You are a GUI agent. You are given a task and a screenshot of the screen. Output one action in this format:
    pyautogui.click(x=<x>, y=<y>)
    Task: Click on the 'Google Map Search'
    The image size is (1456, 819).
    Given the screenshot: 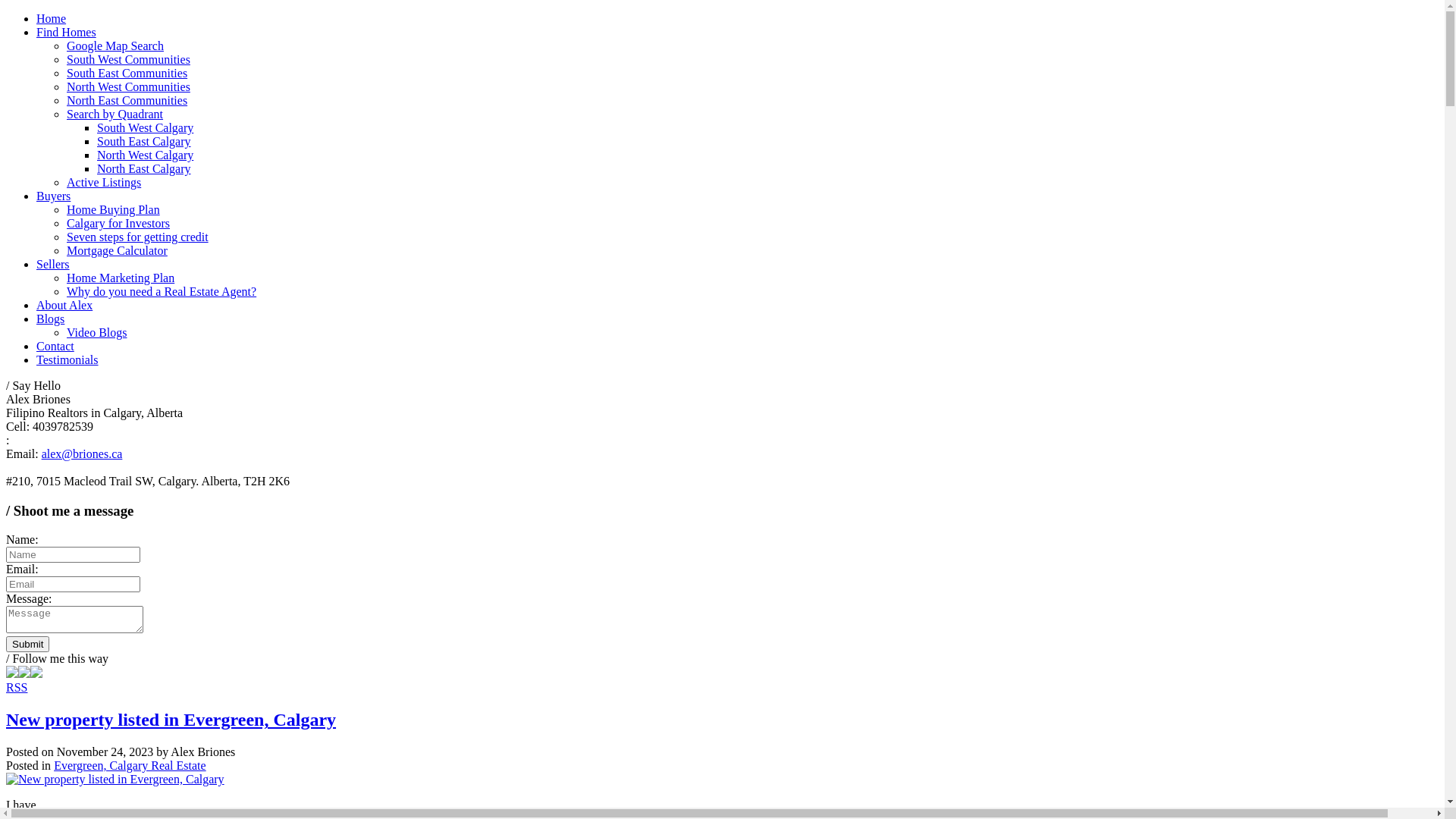 What is the action you would take?
    pyautogui.click(x=115, y=45)
    